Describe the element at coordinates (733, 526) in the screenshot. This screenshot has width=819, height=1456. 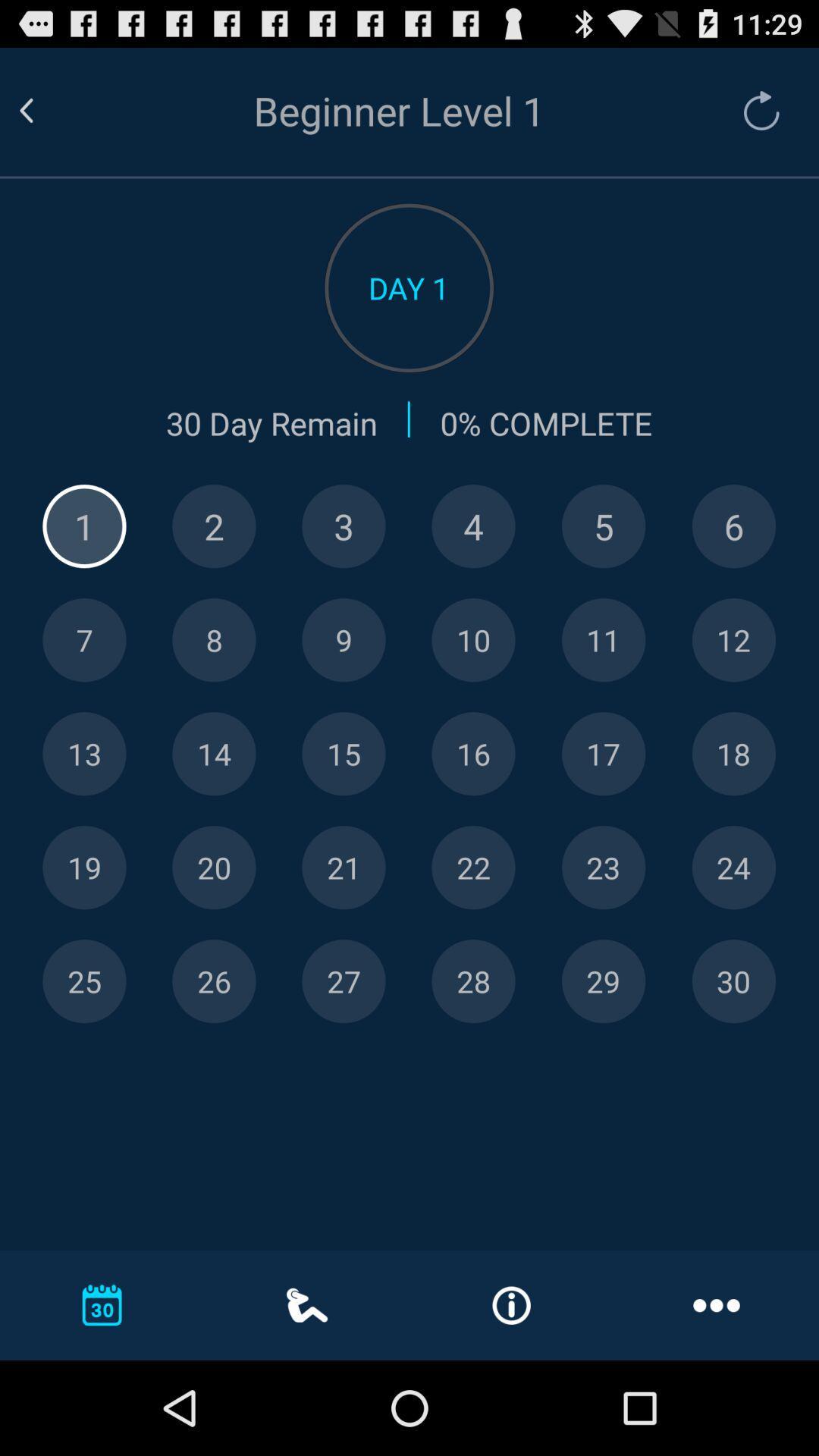
I see `no six` at that location.